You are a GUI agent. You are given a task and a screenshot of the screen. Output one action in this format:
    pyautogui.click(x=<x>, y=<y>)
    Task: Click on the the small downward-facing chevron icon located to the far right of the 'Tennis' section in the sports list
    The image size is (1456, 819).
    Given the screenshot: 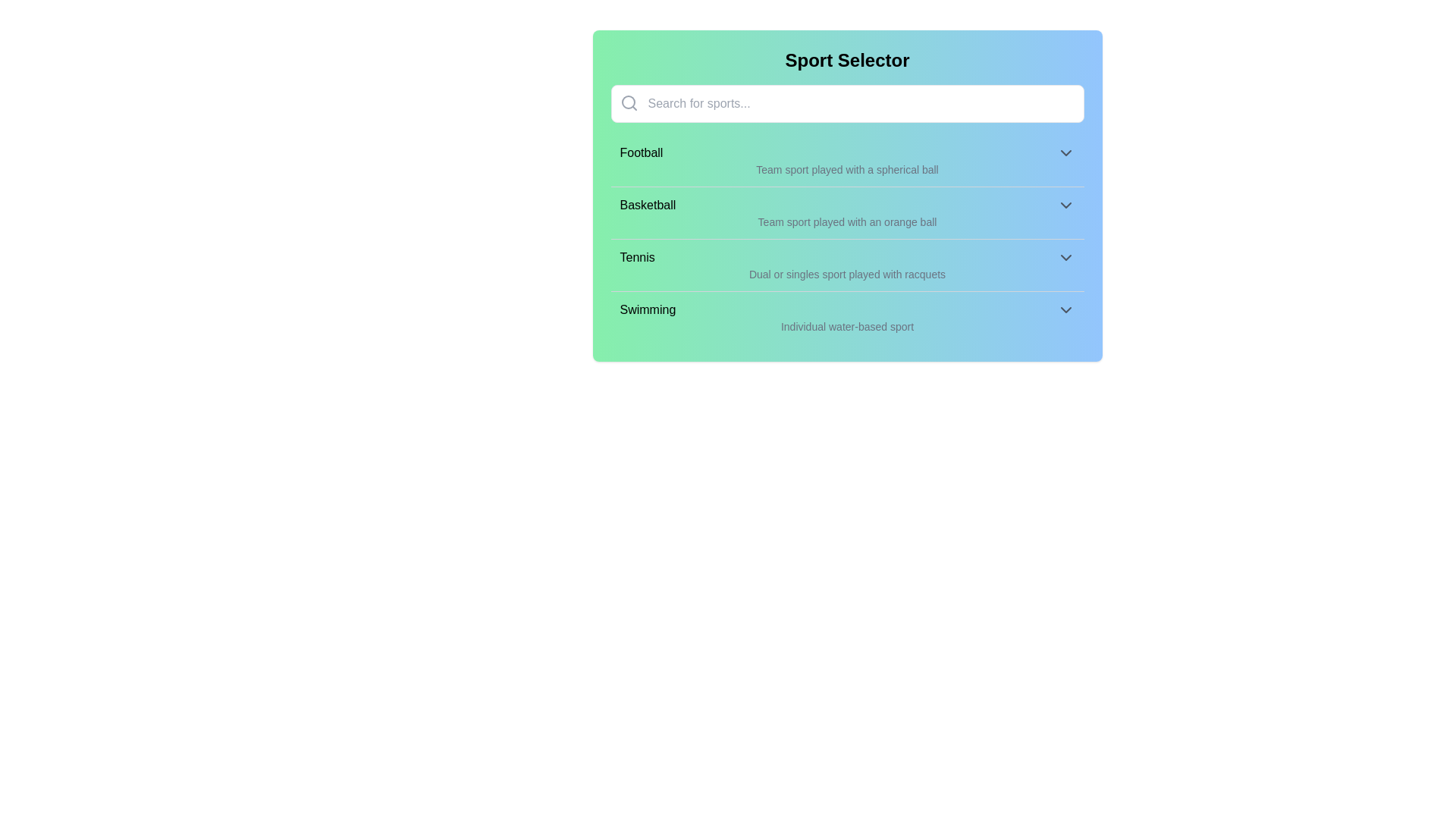 What is the action you would take?
    pyautogui.click(x=1065, y=256)
    